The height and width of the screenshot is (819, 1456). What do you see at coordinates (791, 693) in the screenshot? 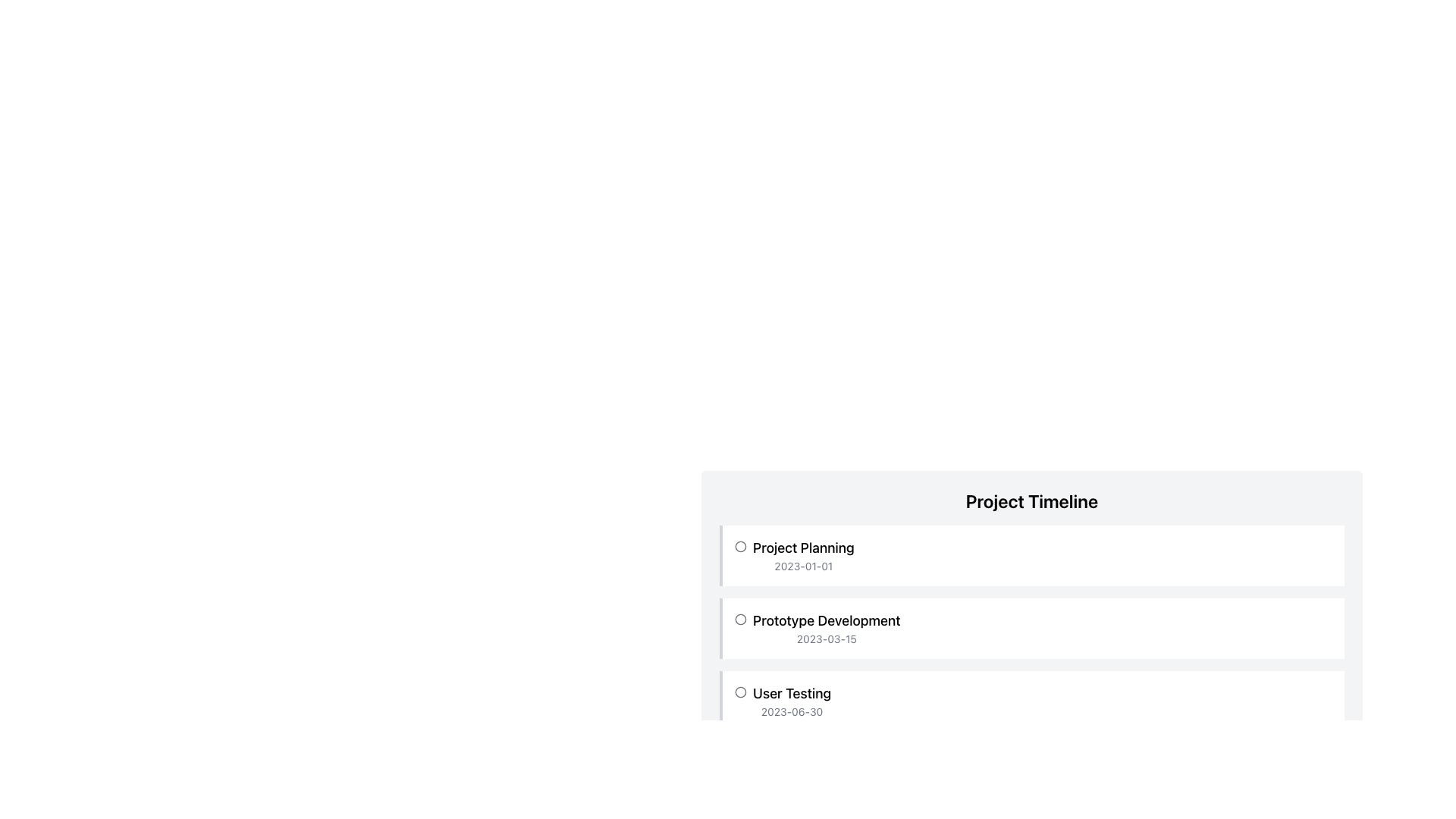
I see `the text label displaying 'User Testing', which is styled as part of a structured list or timeline, located above the date '2023-06-30'` at bounding box center [791, 693].